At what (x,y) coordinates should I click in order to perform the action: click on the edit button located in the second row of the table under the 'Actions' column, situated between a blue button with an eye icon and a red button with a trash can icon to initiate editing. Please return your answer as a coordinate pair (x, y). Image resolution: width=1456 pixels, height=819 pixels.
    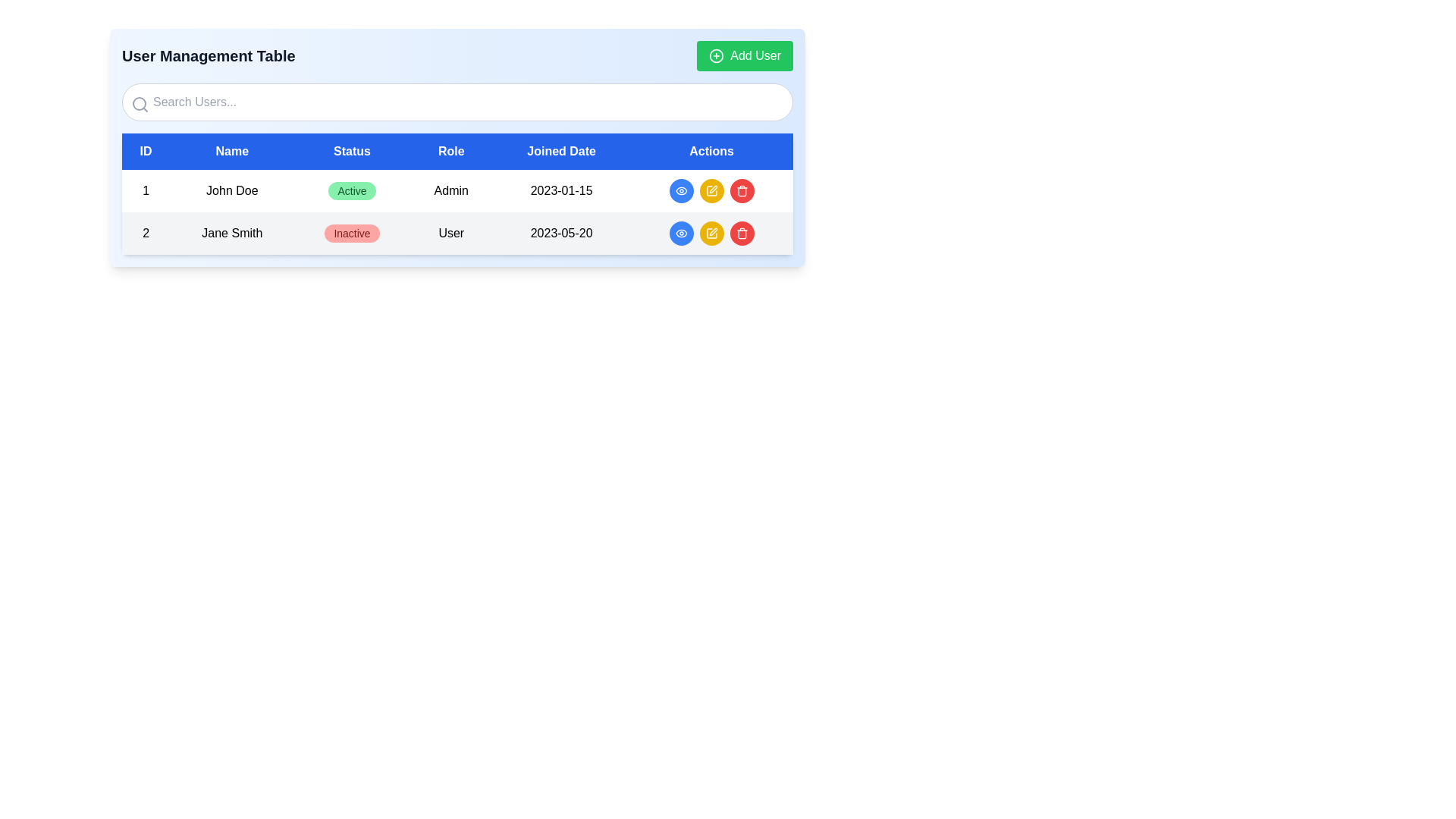
    Looking at the image, I should click on (711, 234).